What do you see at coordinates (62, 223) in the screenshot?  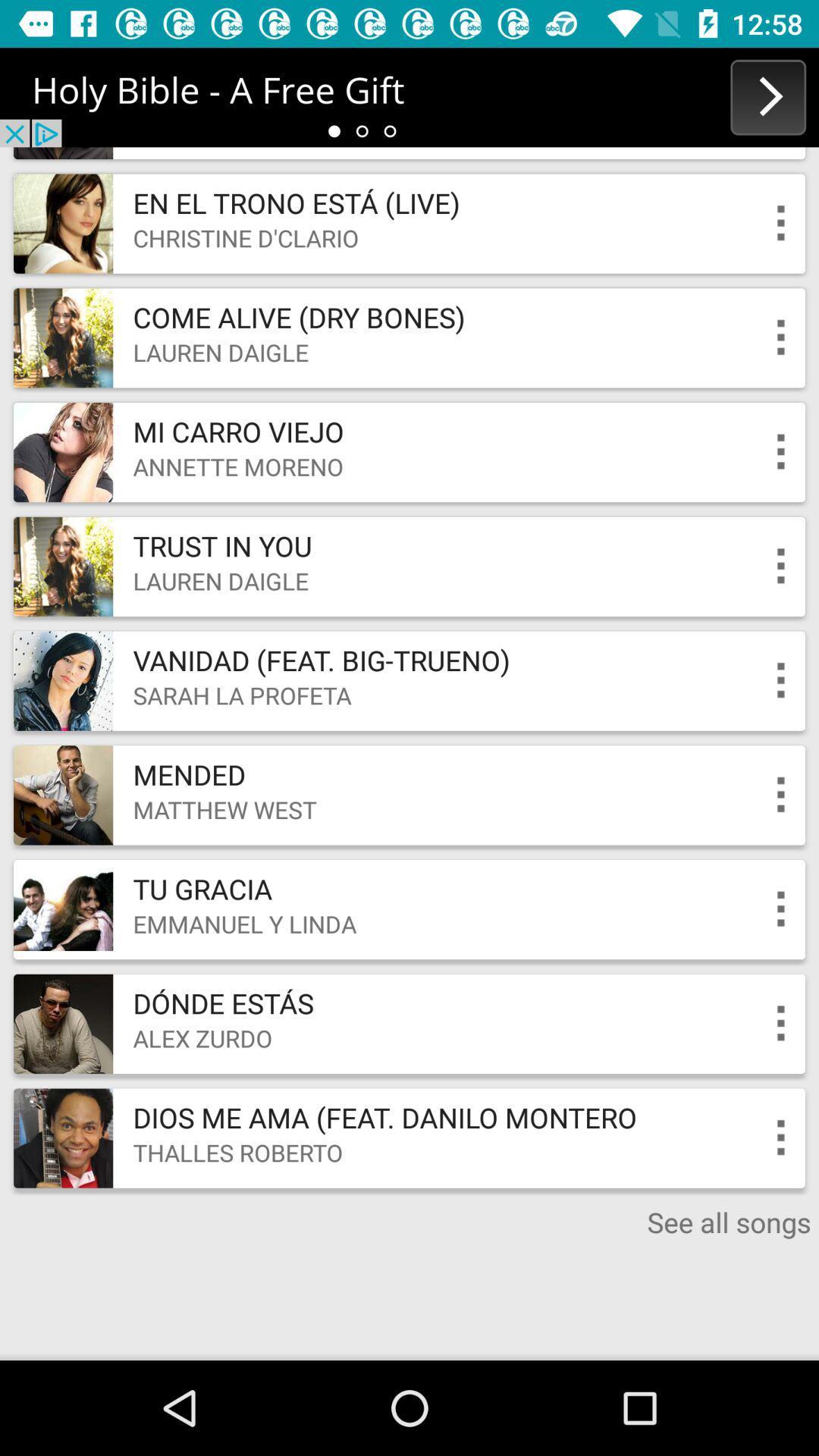 I see `the first image` at bounding box center [62, 223].